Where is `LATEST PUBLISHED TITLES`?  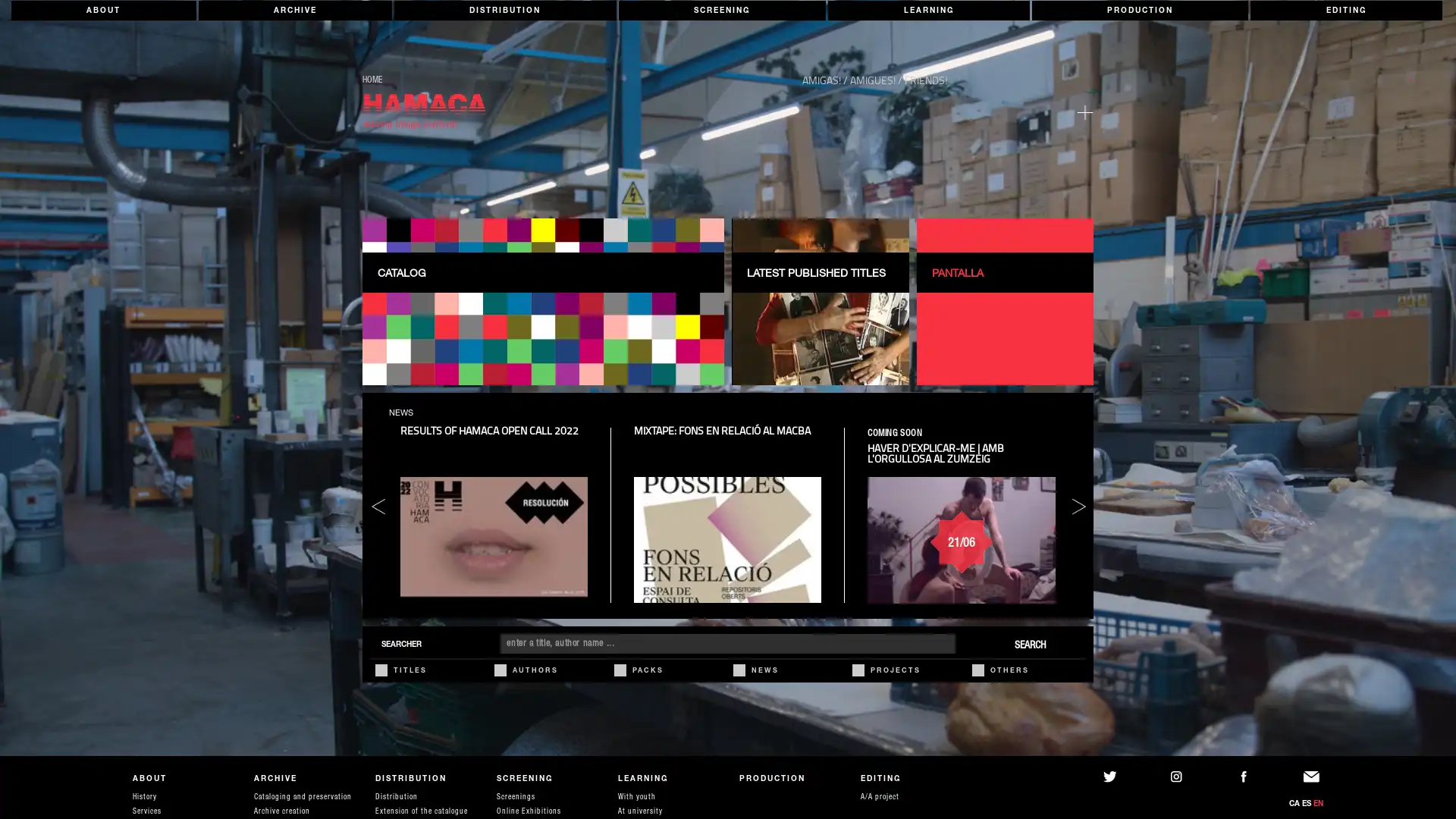 LATEST PUBLISHED TITLES is located at coordinates (819, 301).